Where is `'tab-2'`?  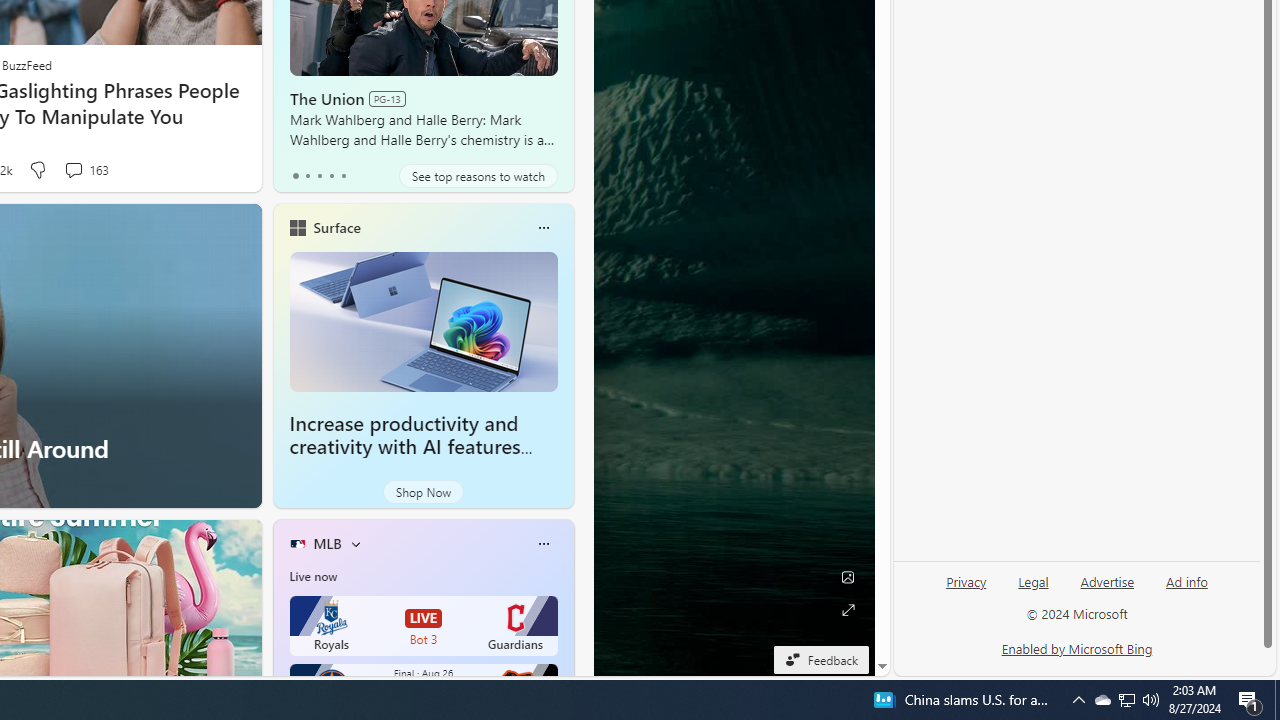
'tab-2' is located at coordinates (320, 175).